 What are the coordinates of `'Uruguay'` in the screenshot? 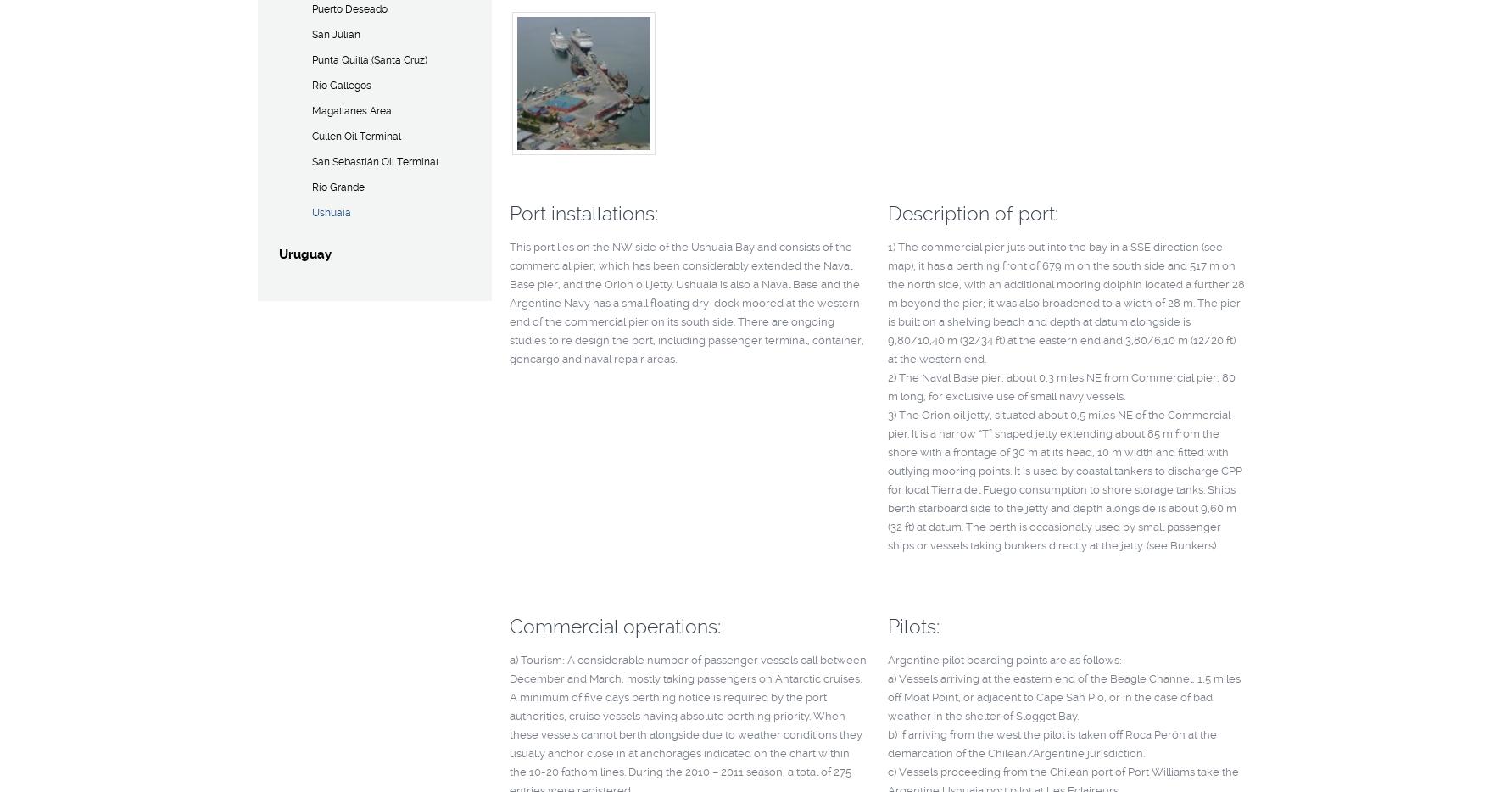 It's located at (303, 254).